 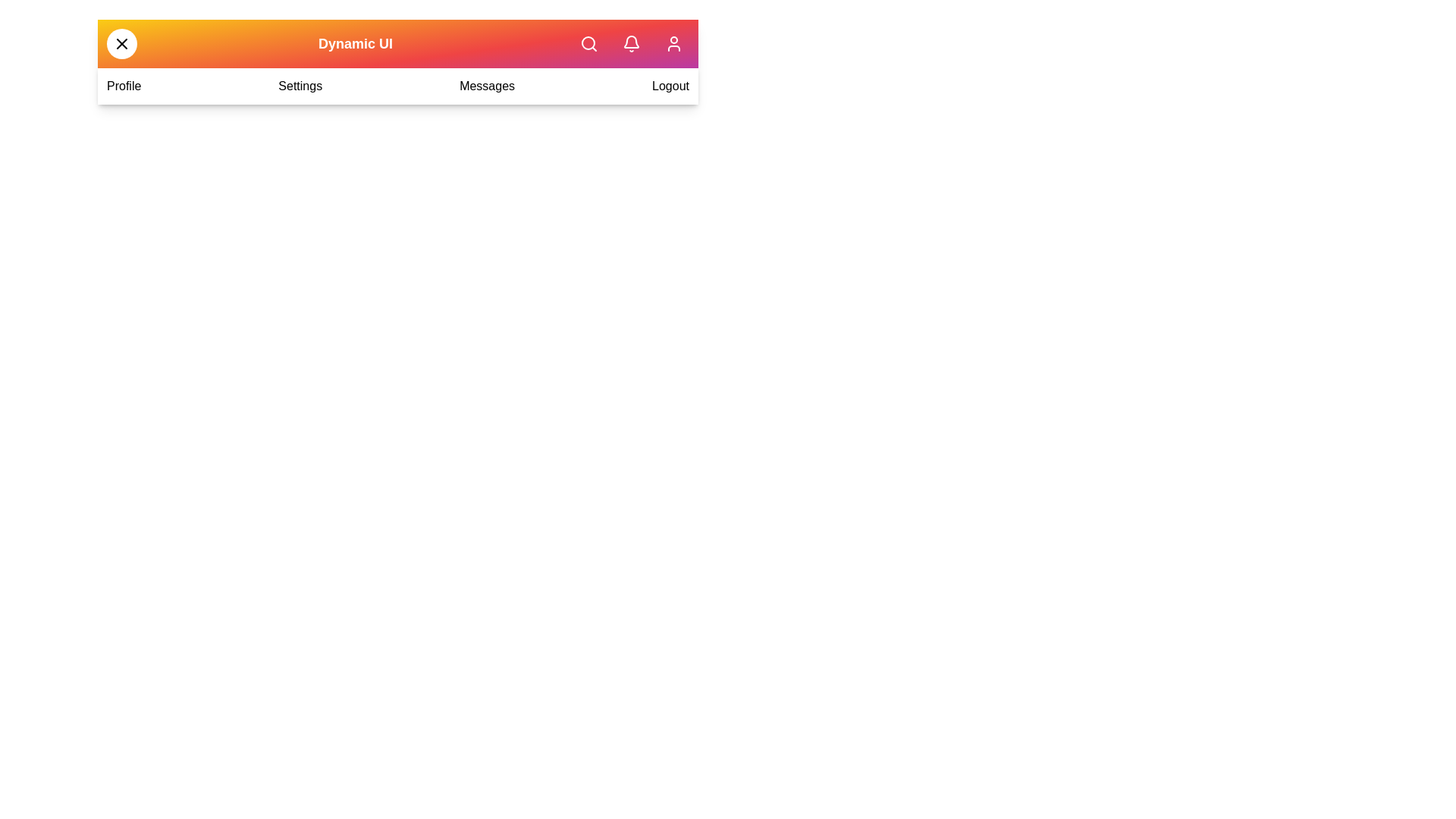 I want to click on the notifications button, so click(x=630, y=42).